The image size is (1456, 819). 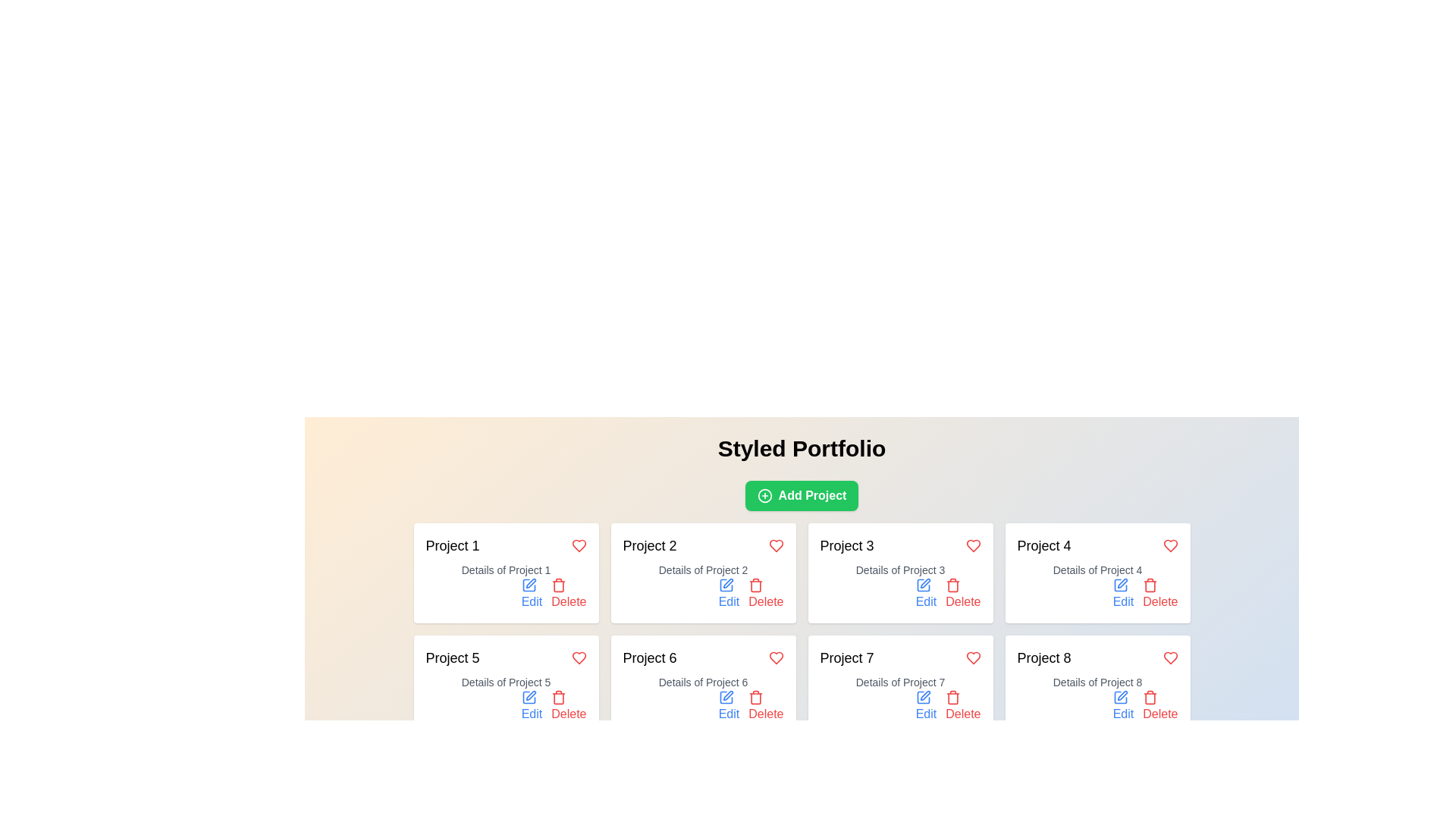 What do you see at coordinates (925, 707) in the screenshot?
I see `the 'Edit' button located in the right corner of the card for 'Project 7' in the second row of the projects grid` at bounding box center [925, 707].